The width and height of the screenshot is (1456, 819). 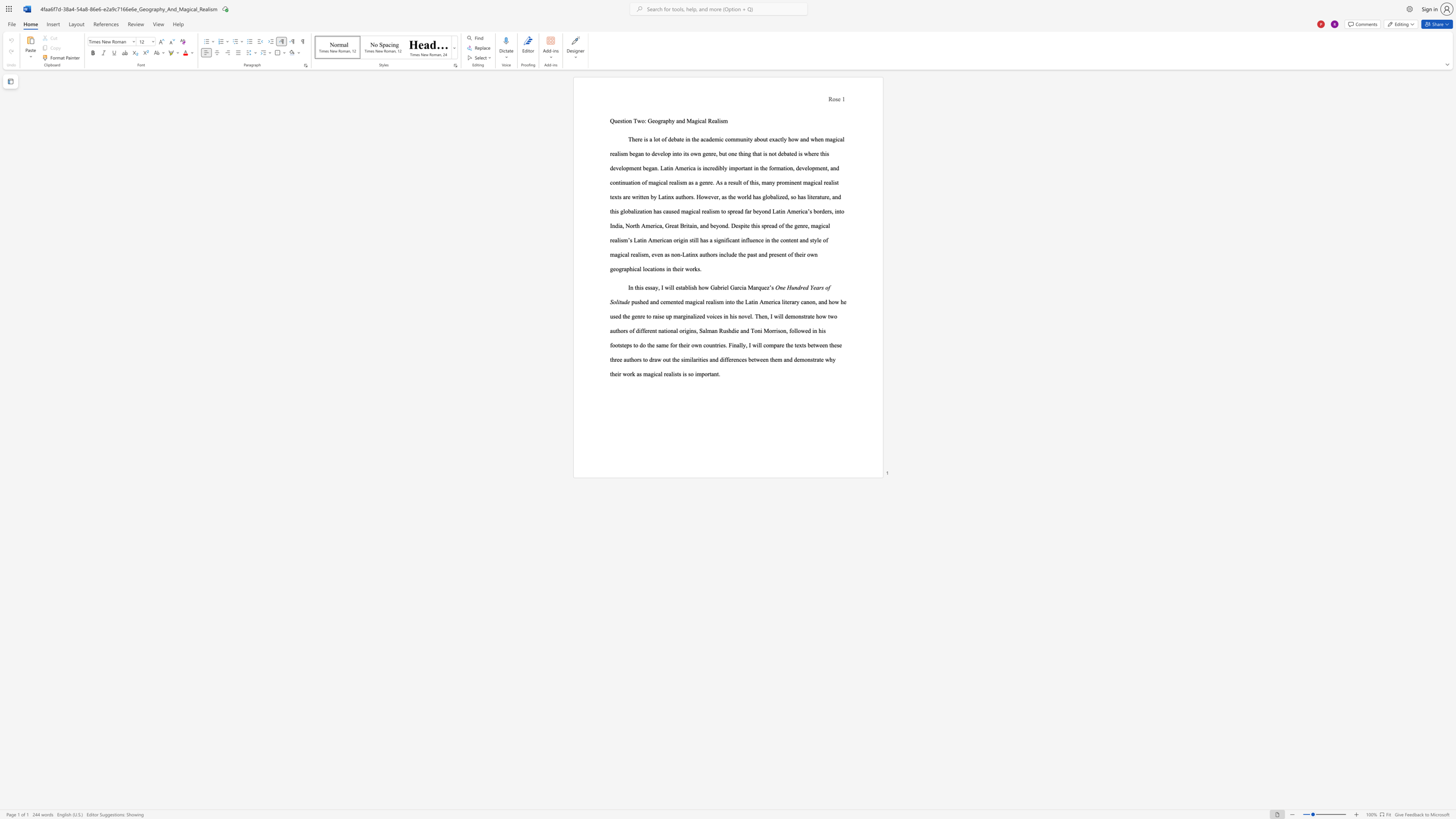 What do you see at coordinates (706, 315) in the screenshot?
I see `the subset text "voices in his novel. Then, I w" within the text "pushed and cemented magical realism into the Latin America literary canon, and how he used the genre to raise up marginalized voices in his novel. Then, I will"` at bounding box center [706, 315].